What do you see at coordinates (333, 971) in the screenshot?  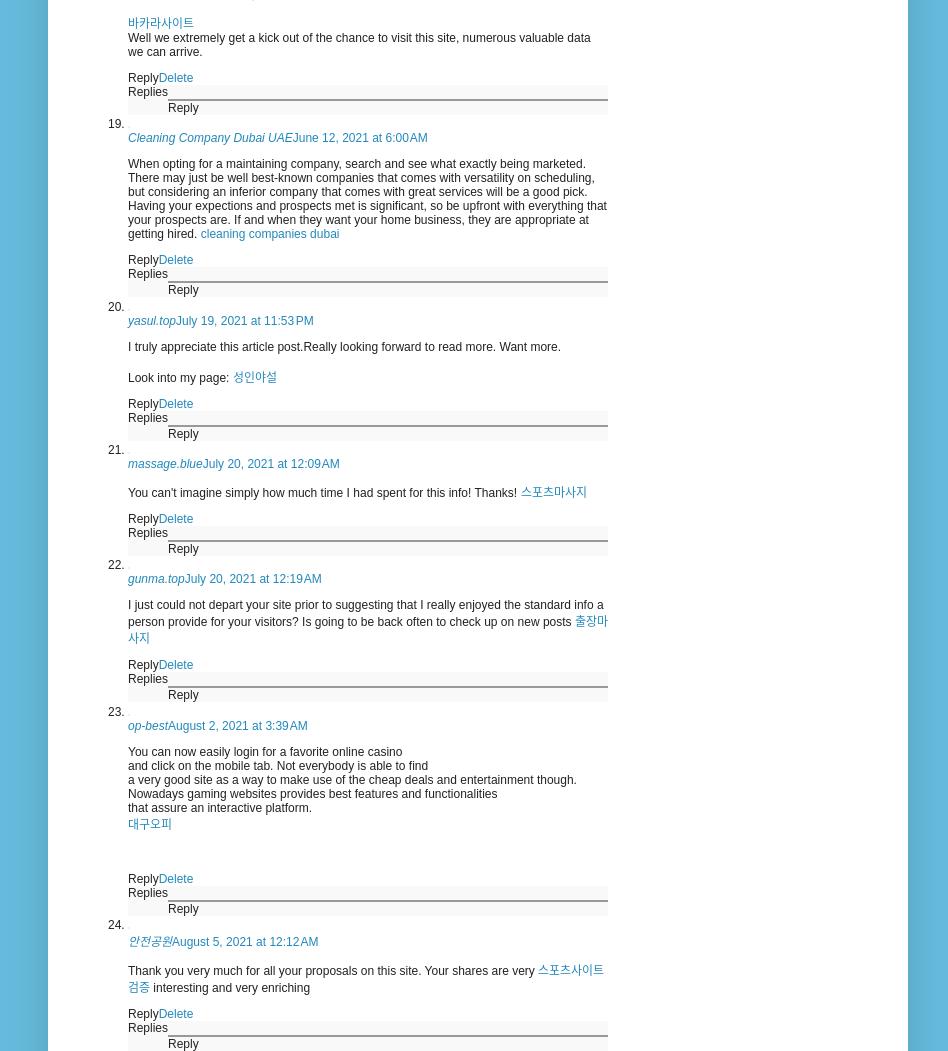 I see `'Thank you very much for all your proposals on this site. Your shares are very'` at bounding box center [333, 971].